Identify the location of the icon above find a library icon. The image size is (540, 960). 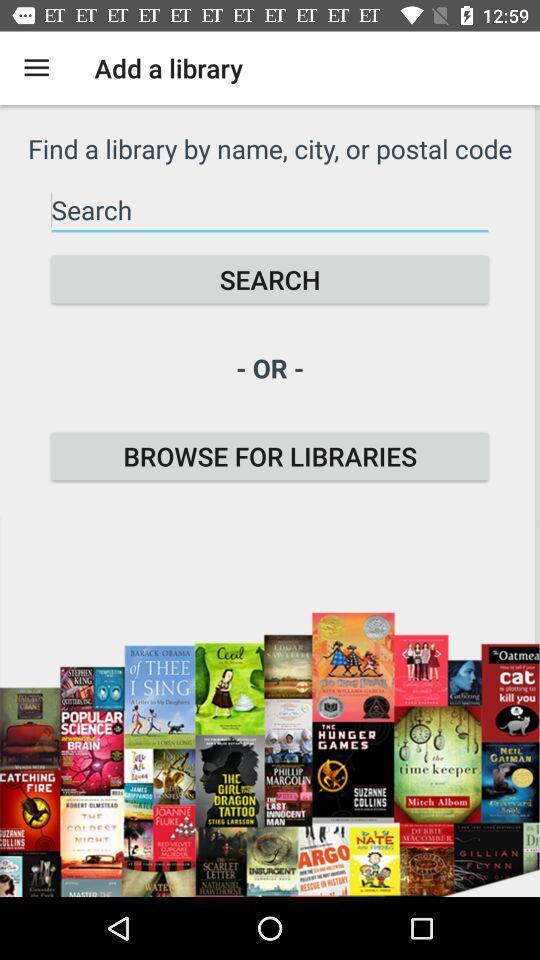
(36, 68).